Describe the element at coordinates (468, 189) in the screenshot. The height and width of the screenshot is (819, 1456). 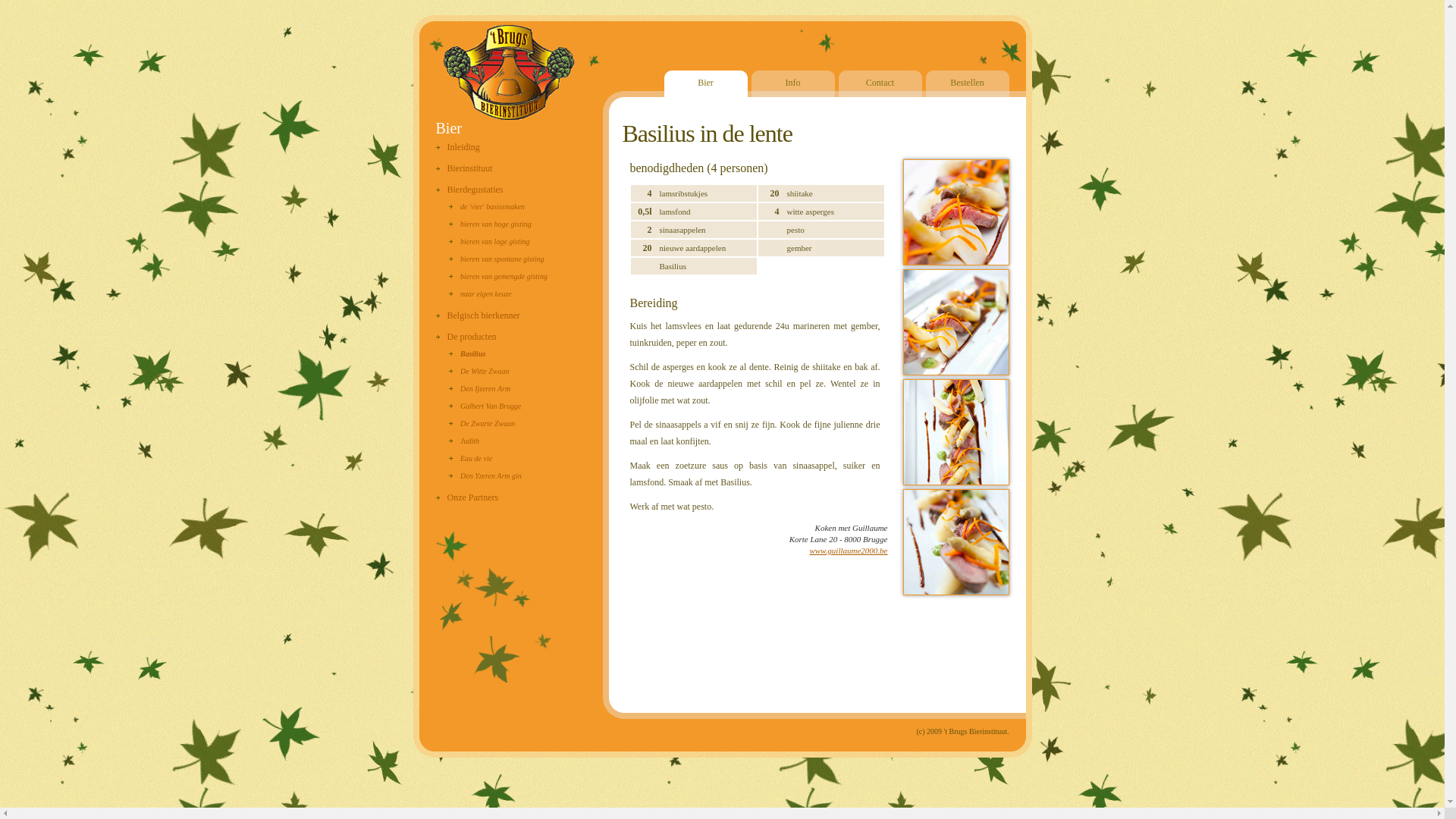
I see `'Bierdegustaties'` at that location.